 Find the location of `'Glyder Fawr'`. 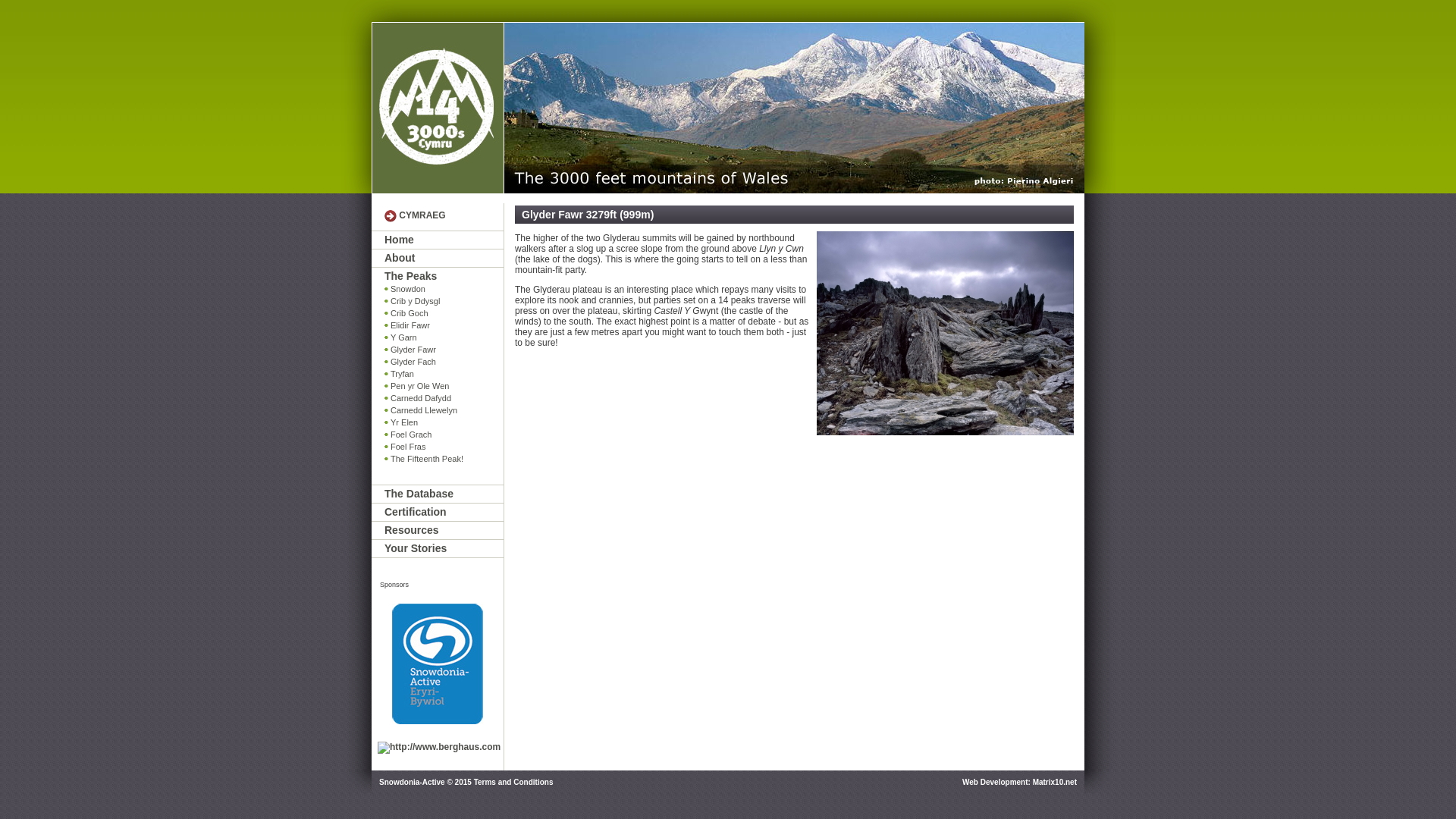

'Glyder Fawr' is located at coordinates (384, 350).